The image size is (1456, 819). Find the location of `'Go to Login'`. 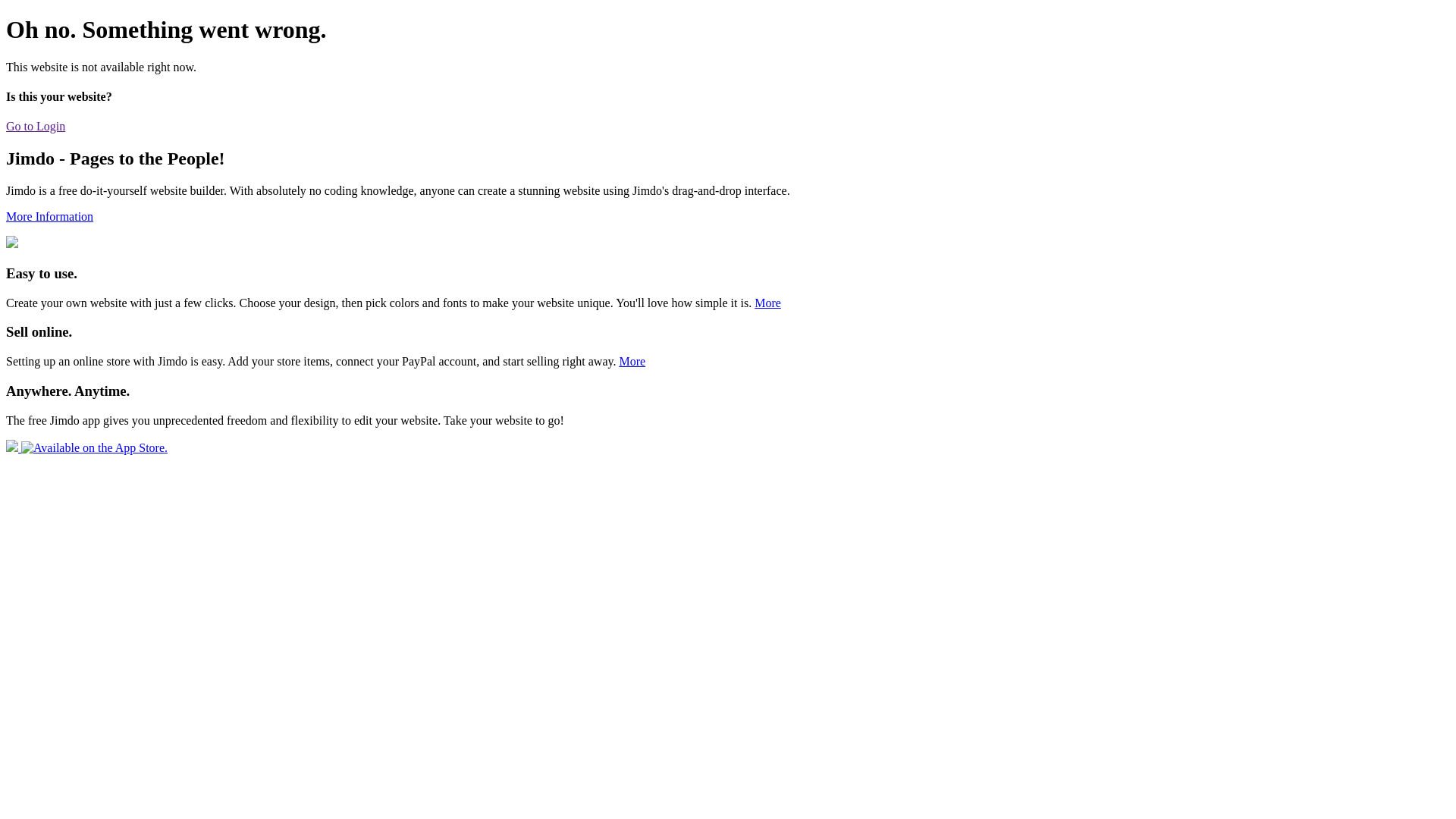

'Go to Login' is located at coordinates (6, 125).